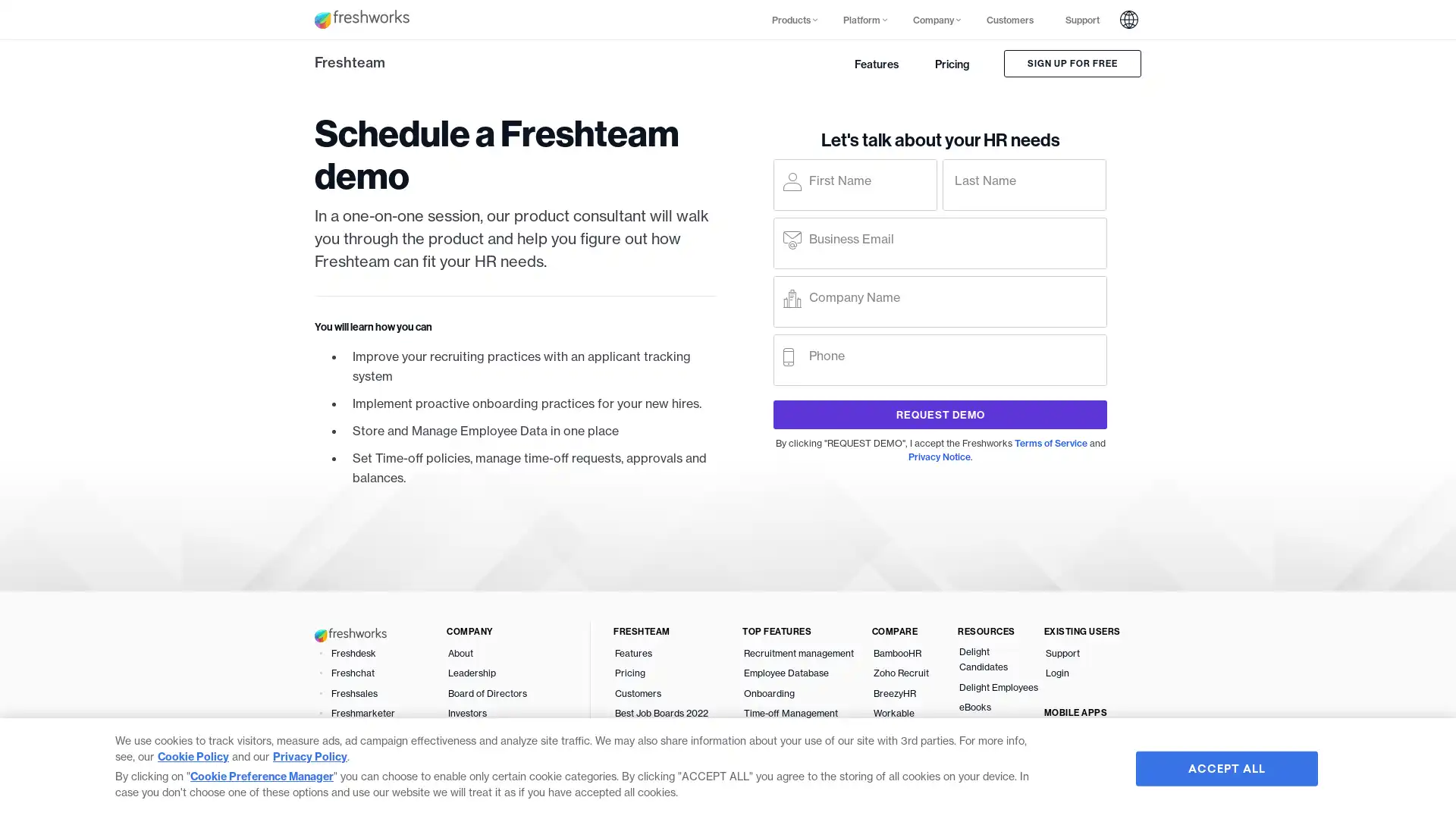  Describe the element at coordinates (1085, 711) in the screenshot. I see `MOBILE APPS` at that location.